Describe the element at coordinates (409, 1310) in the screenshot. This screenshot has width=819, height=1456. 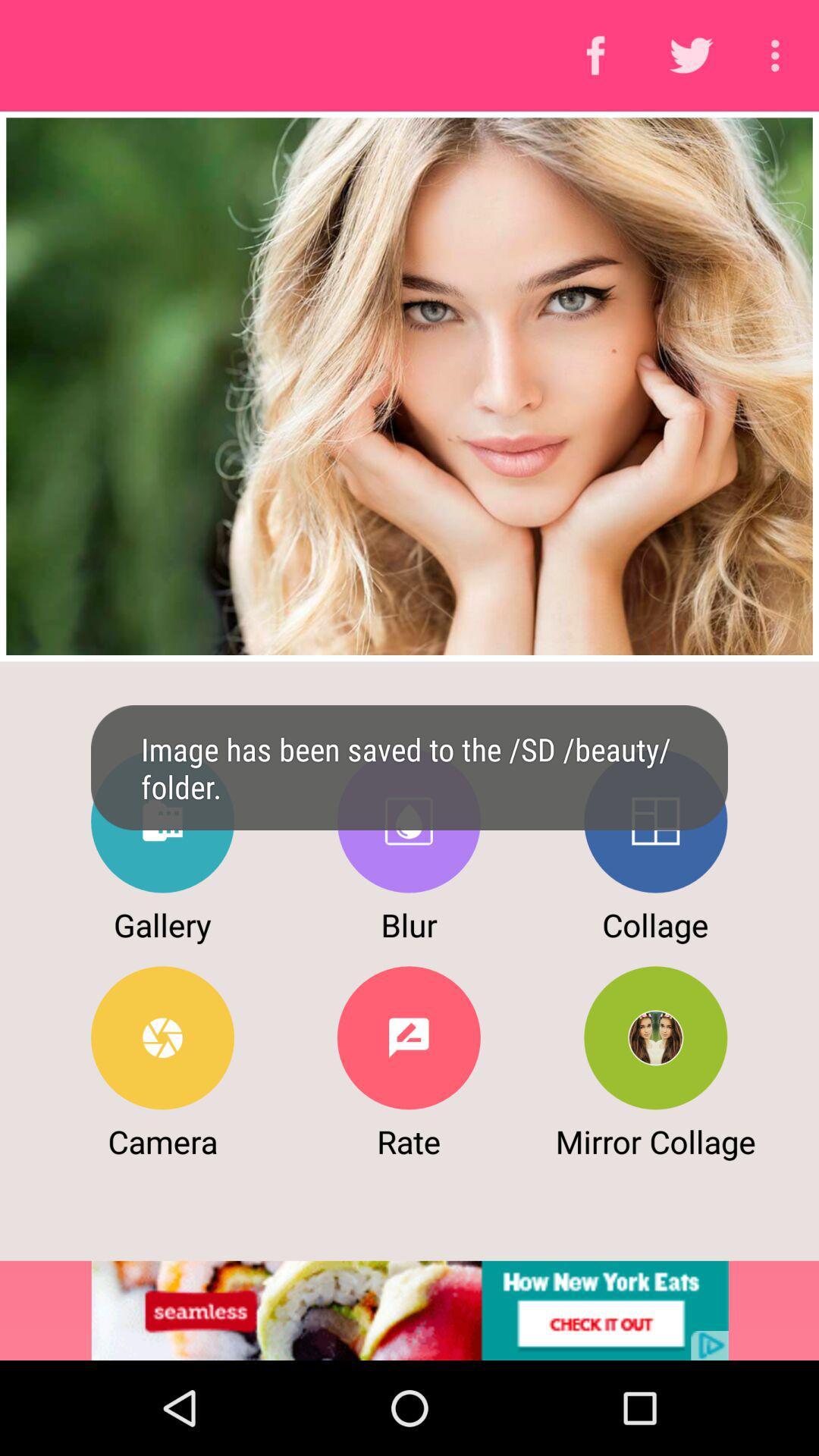
I see `advertisement` at that location.